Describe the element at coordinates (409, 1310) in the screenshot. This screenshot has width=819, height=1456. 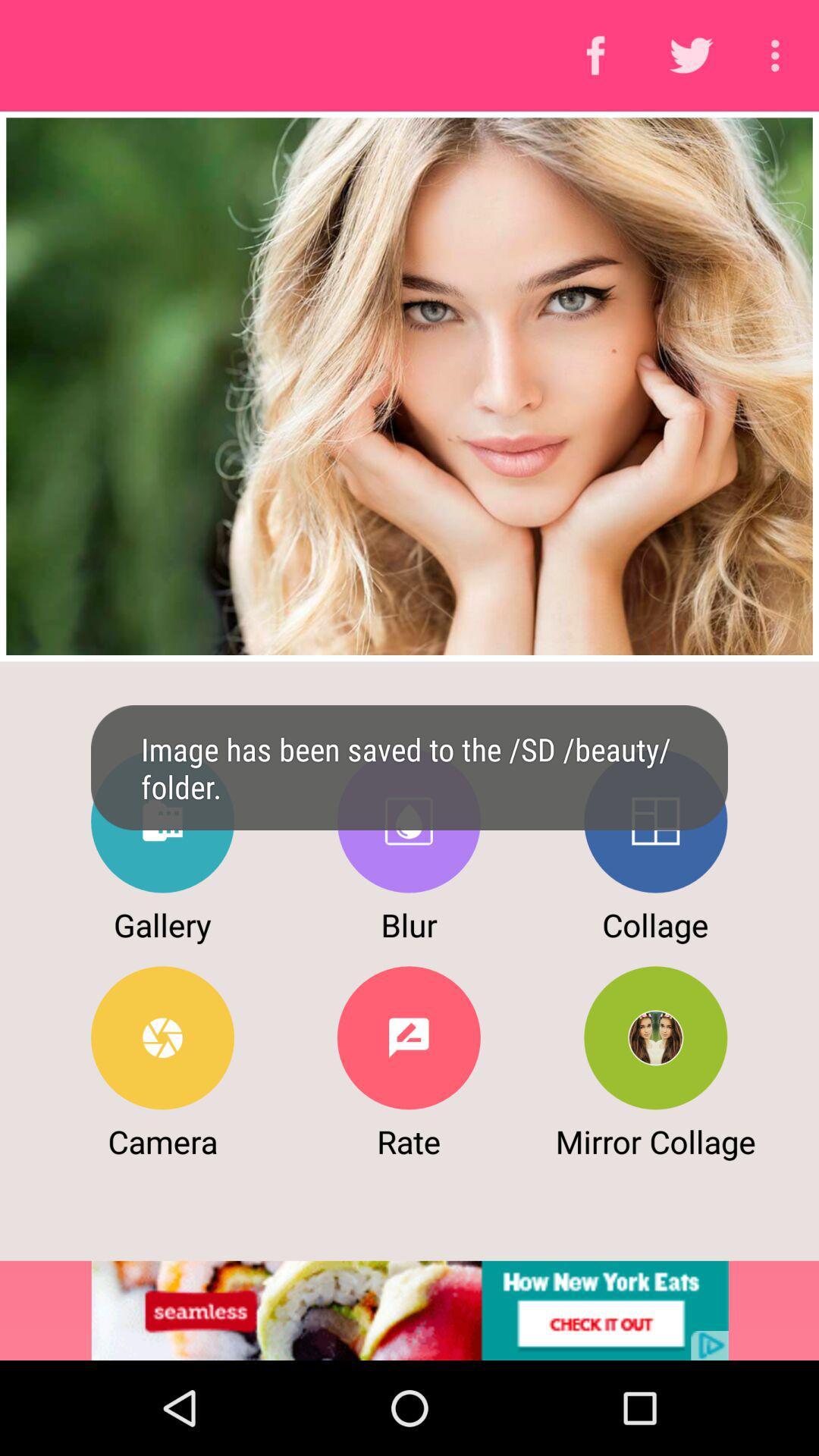
I see `advertisement` at that location.